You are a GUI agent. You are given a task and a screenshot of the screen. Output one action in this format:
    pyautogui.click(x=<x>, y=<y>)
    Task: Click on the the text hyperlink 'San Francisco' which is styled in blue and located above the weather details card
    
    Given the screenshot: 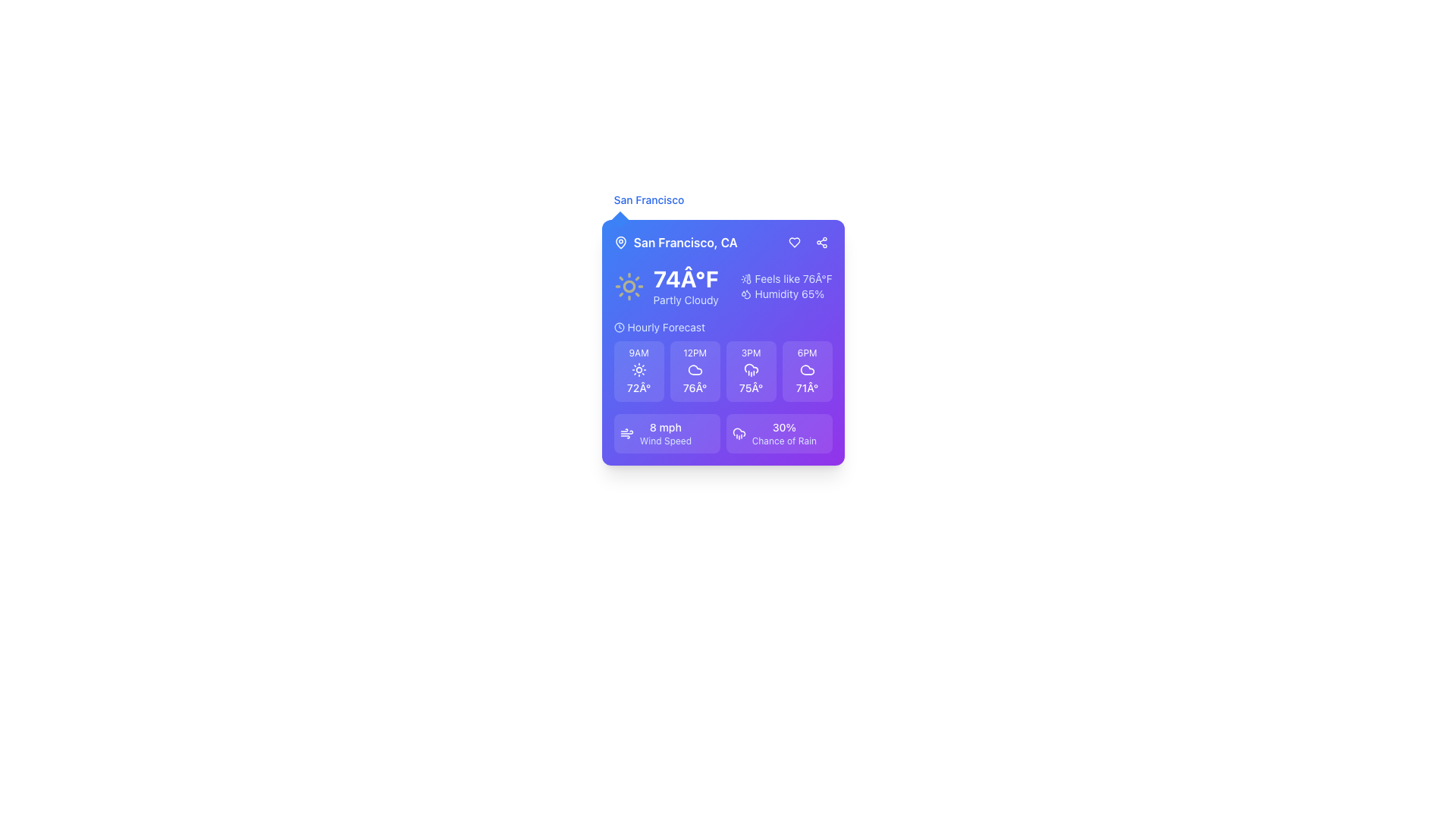 What is the action you would take?
    pyautogui.click(x=648, y=199)
    